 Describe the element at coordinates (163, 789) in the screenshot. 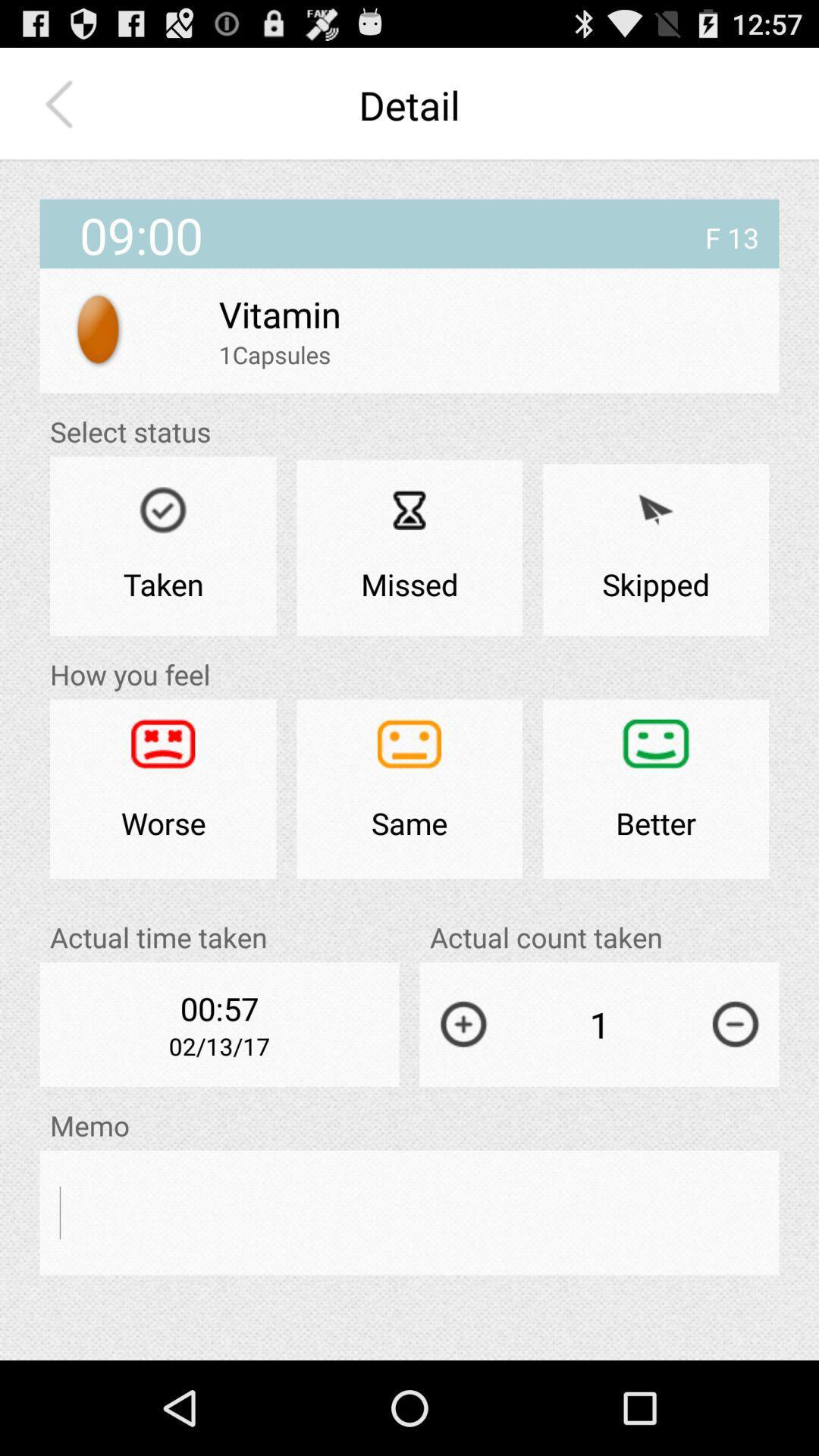

I see `worse` at that location.